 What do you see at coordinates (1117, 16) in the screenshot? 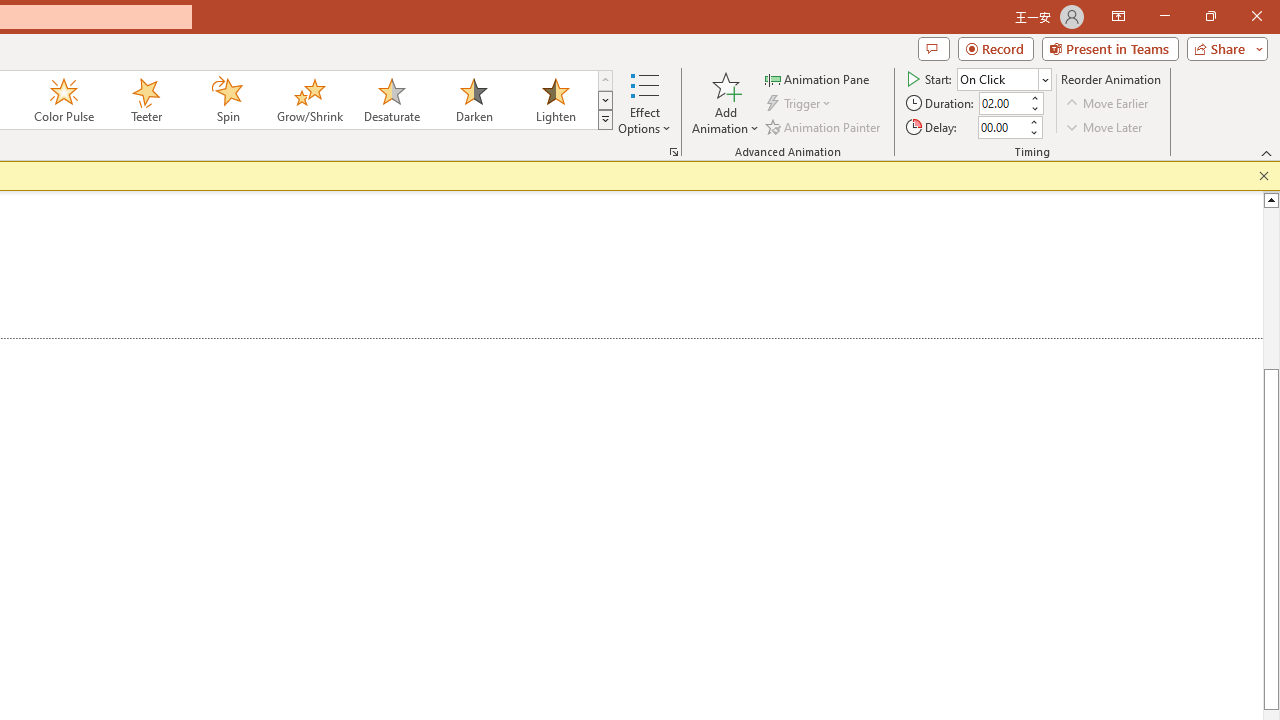
I see `'Ribbon Display Options'` at bounding box center [1117, 16].